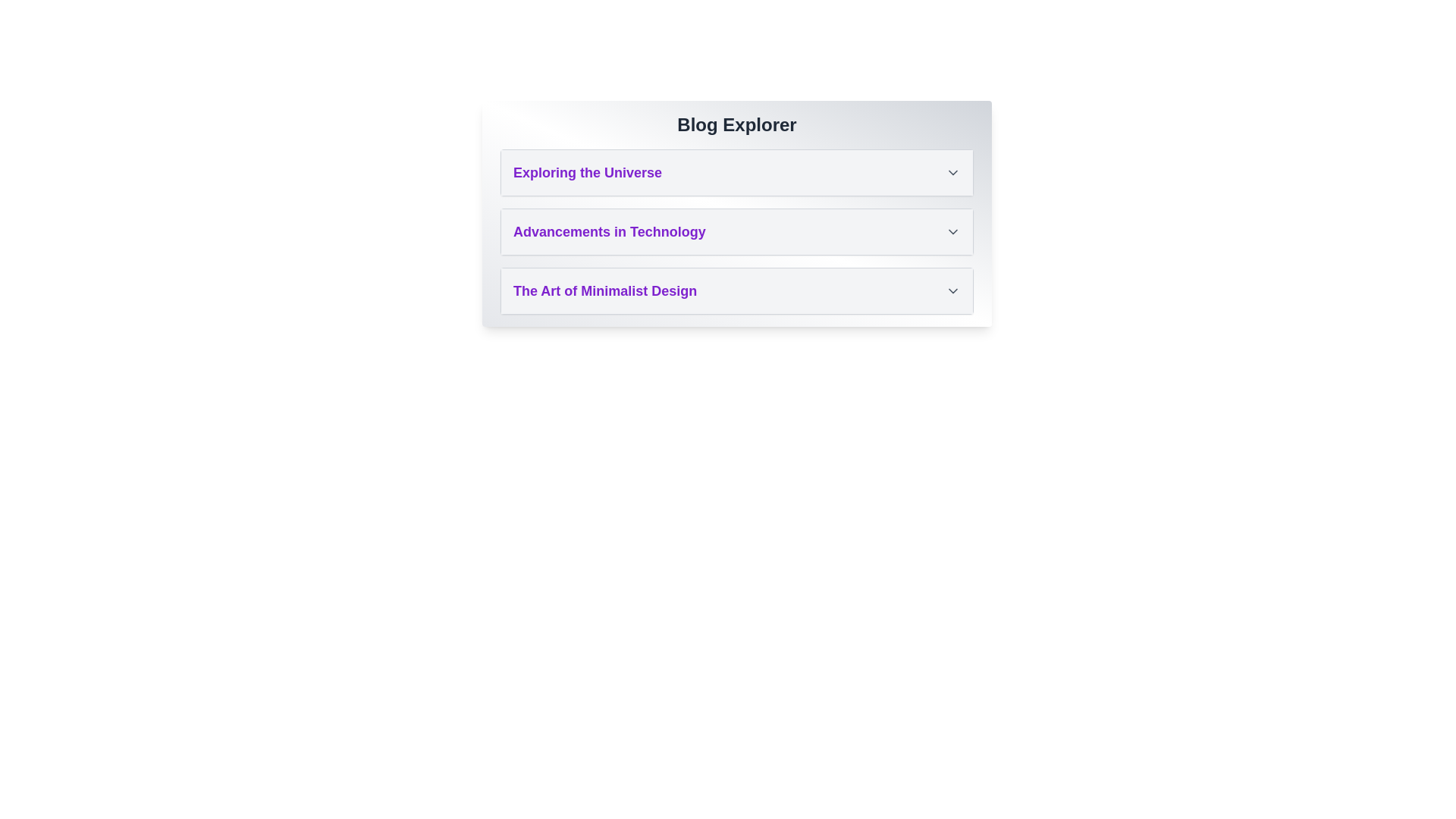  I want to click on the text headline 'The Art of Minimalist Design' within the collapsible menu titled 'Blog Explorer', which is the third entry in the list, so click(604, 291).